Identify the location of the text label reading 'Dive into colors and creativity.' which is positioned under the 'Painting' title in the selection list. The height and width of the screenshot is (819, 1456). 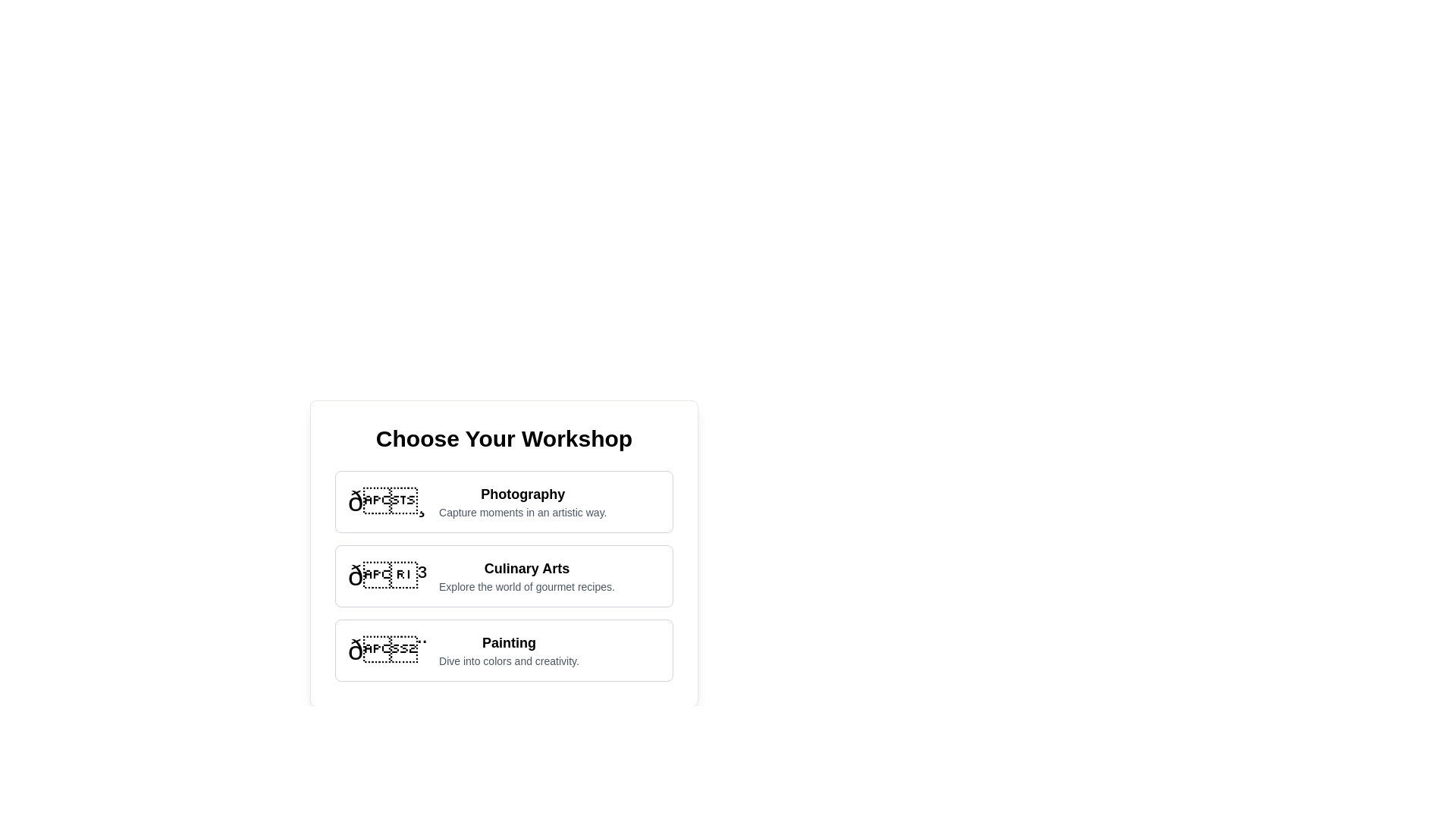
(509, 660).